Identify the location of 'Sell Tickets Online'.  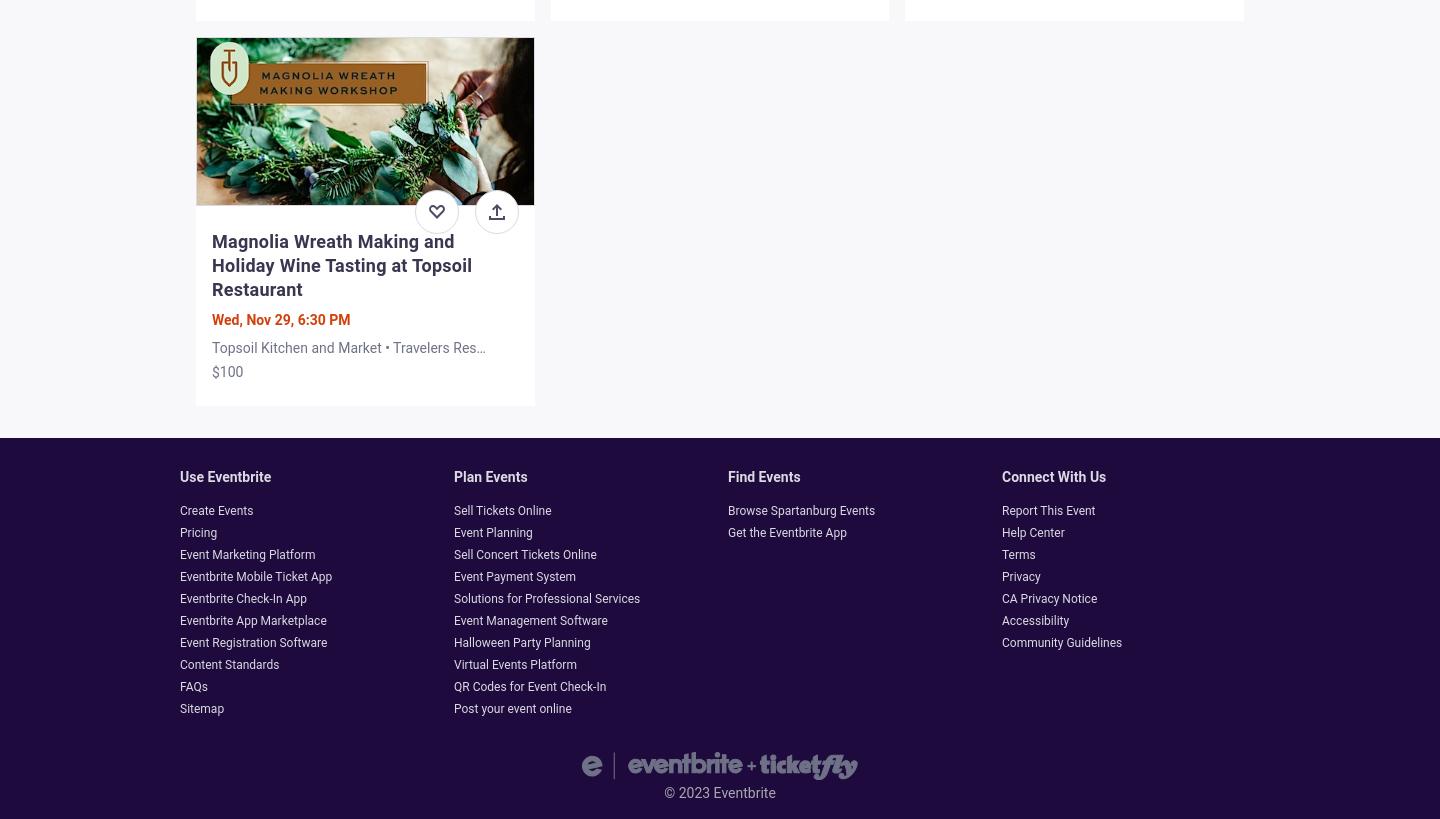
(501, 509).